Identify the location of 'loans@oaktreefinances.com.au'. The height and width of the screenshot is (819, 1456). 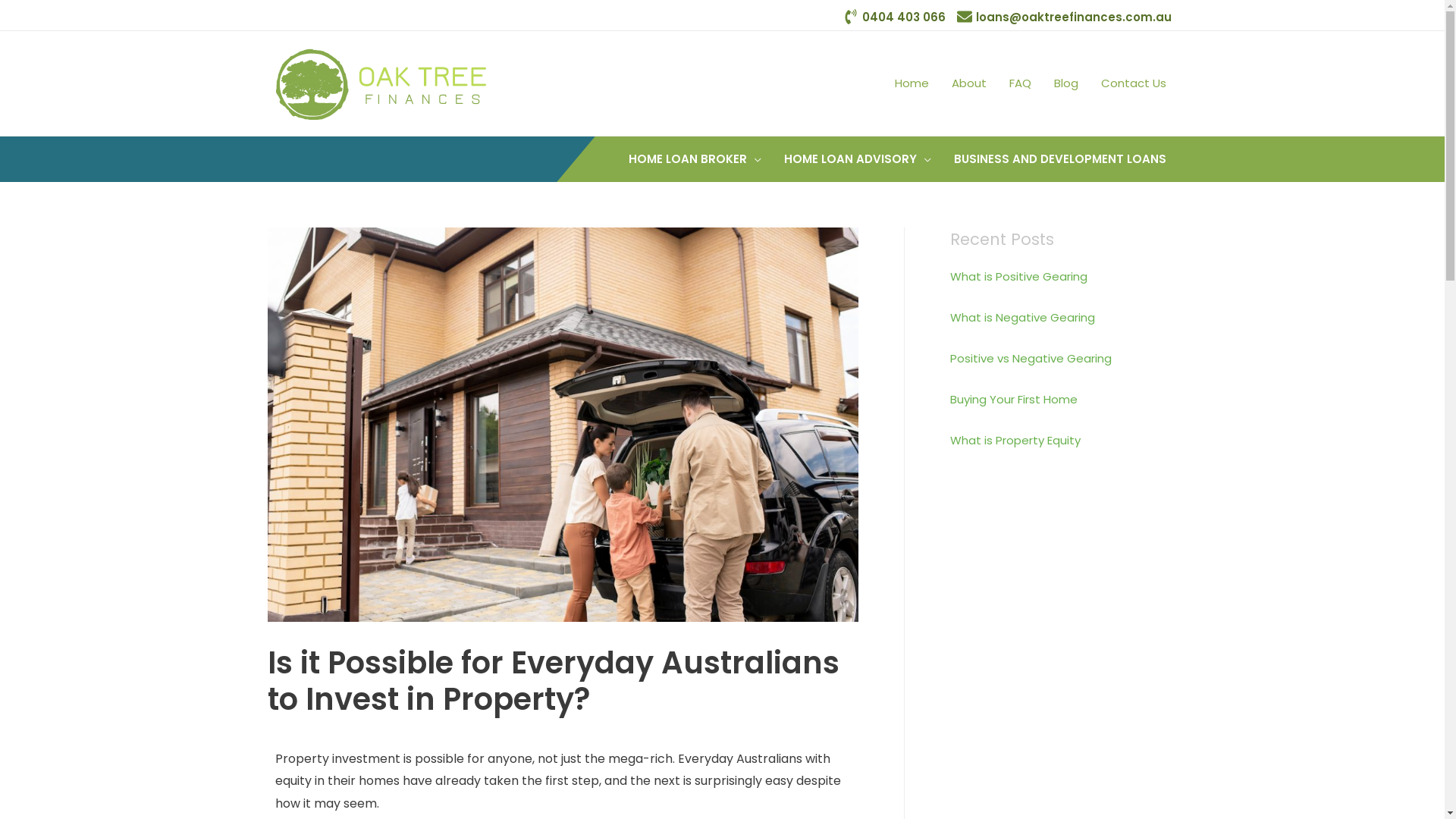
(1063, 17).